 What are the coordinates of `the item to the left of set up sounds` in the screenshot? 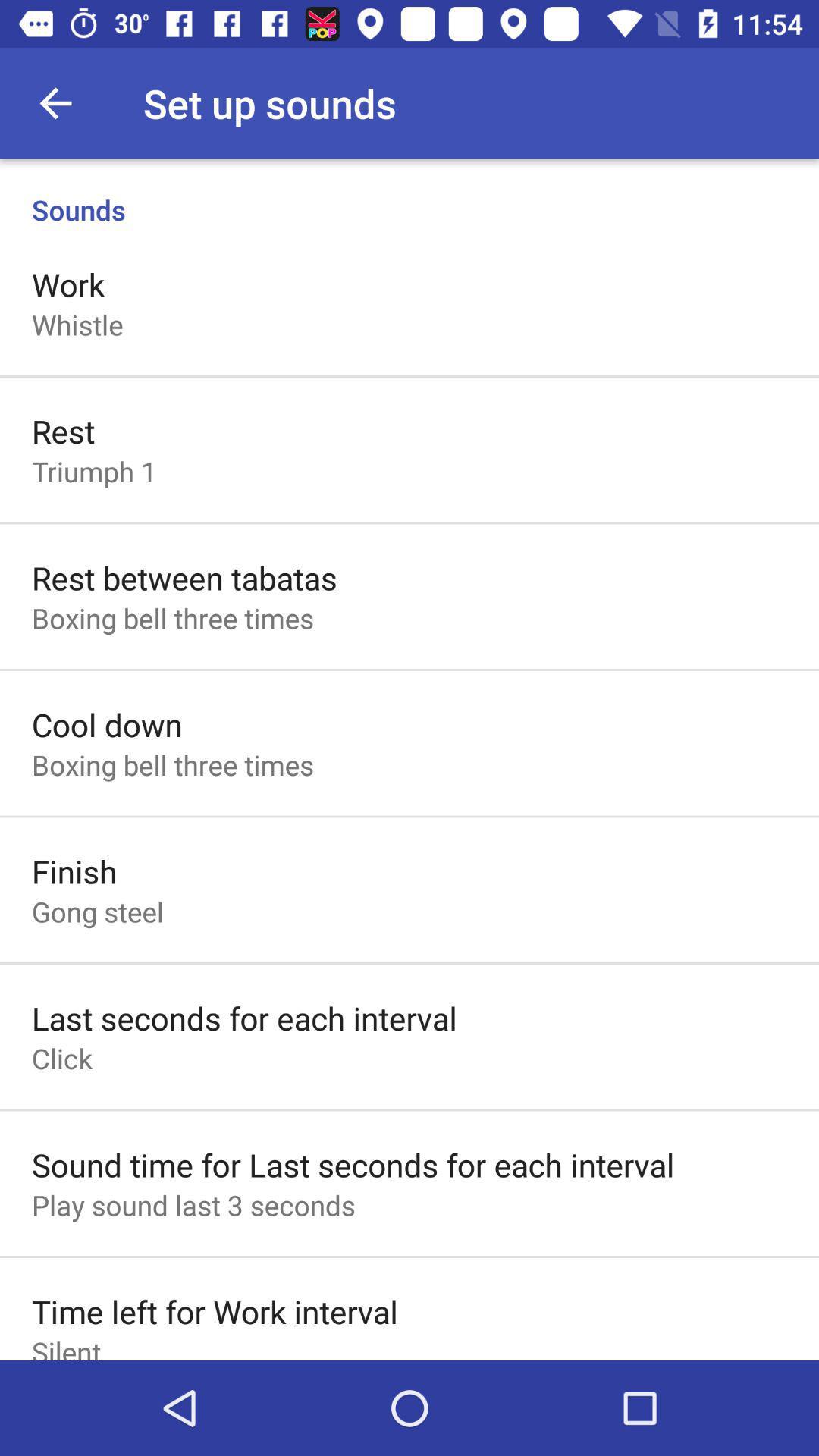 It's located at (55, 102).